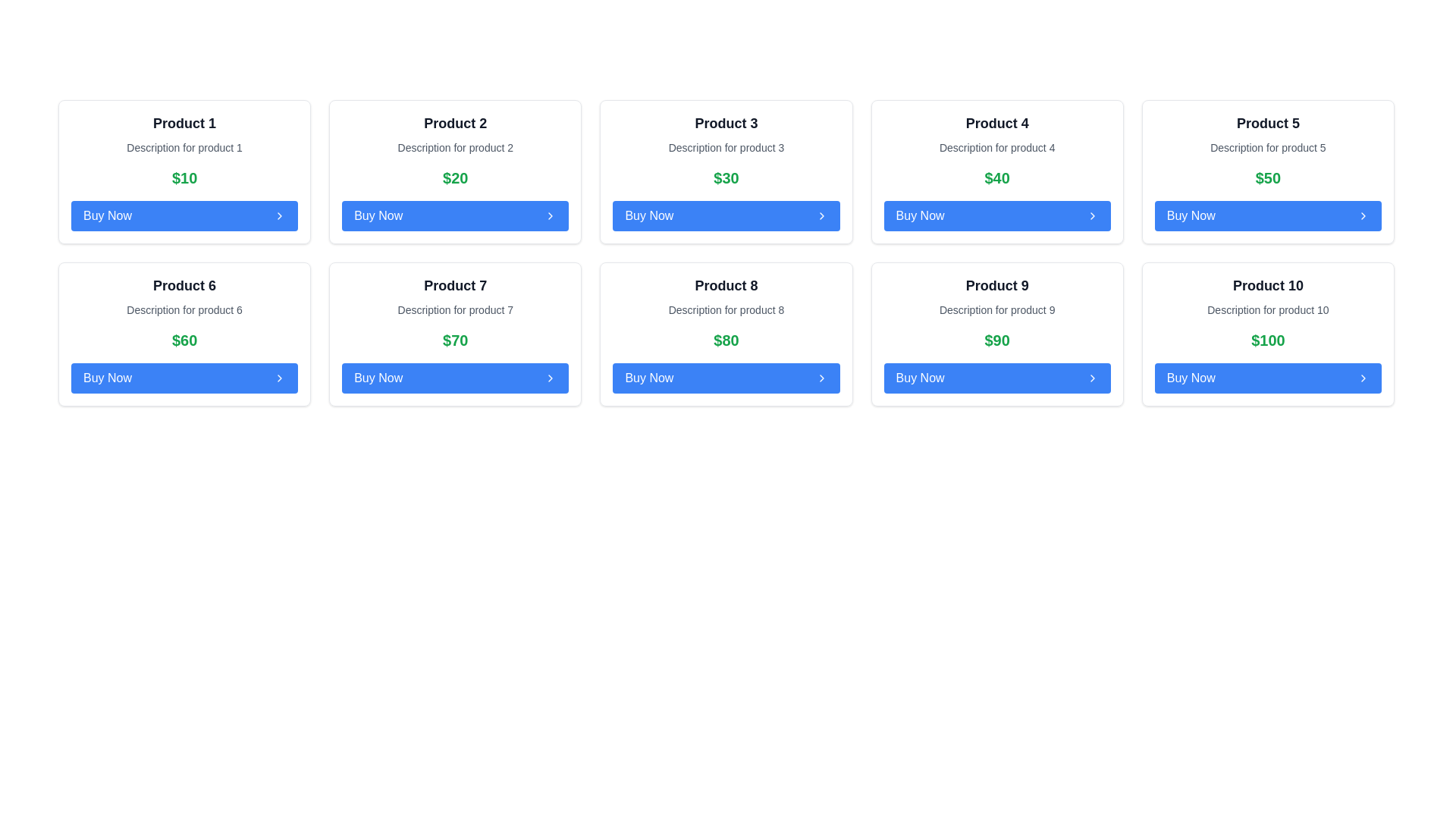  What do you see at coordinates (550, 377) in the screenshot?
I see `the chevron icon located at the bottom-right segment of the 'Buy Now' button for 'Product 7'` at bounding box center [550, 377].